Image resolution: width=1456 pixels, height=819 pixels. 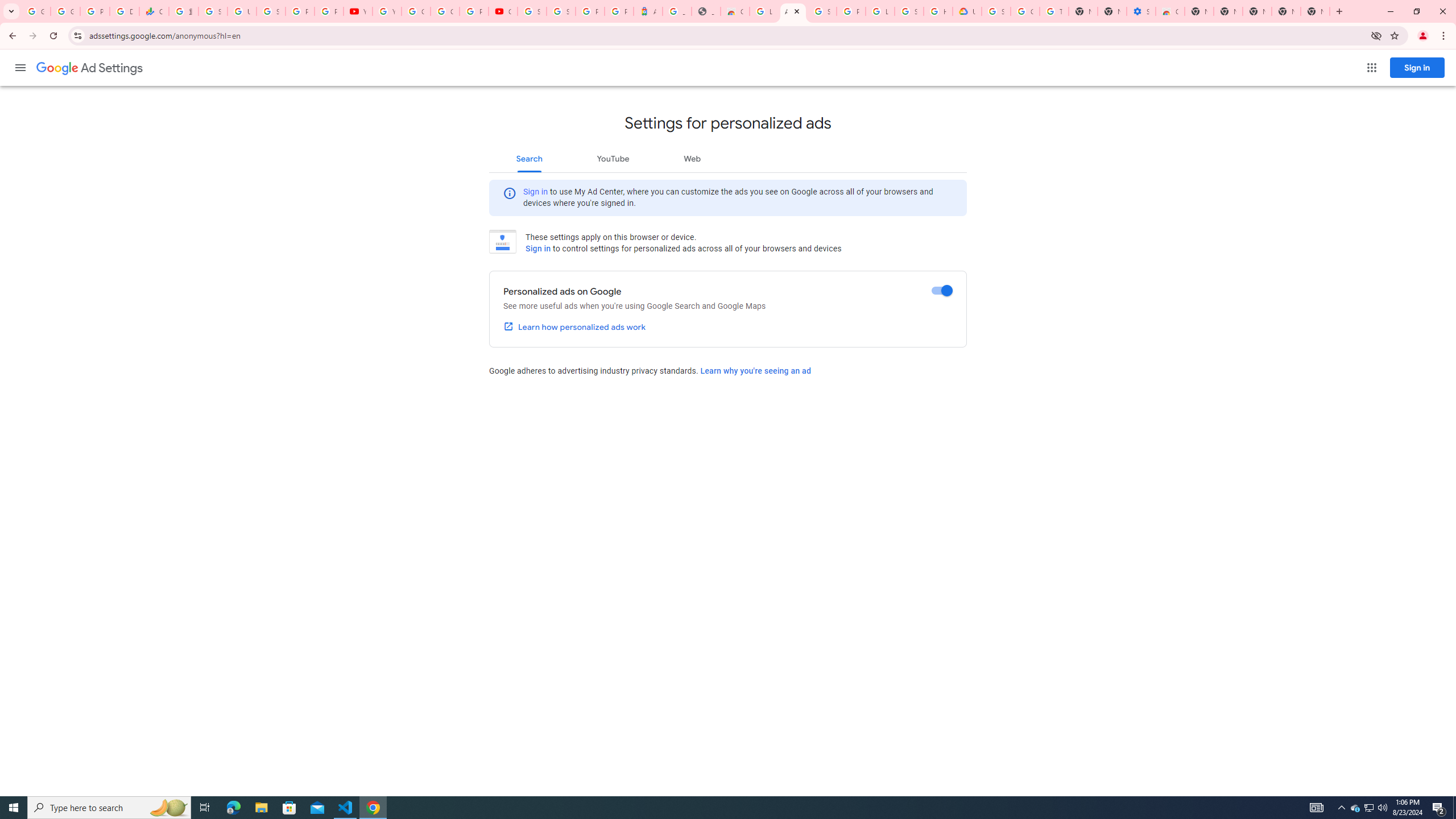 I want to click on 'Sign in - Google Accounts', so click(x=213, y=11).